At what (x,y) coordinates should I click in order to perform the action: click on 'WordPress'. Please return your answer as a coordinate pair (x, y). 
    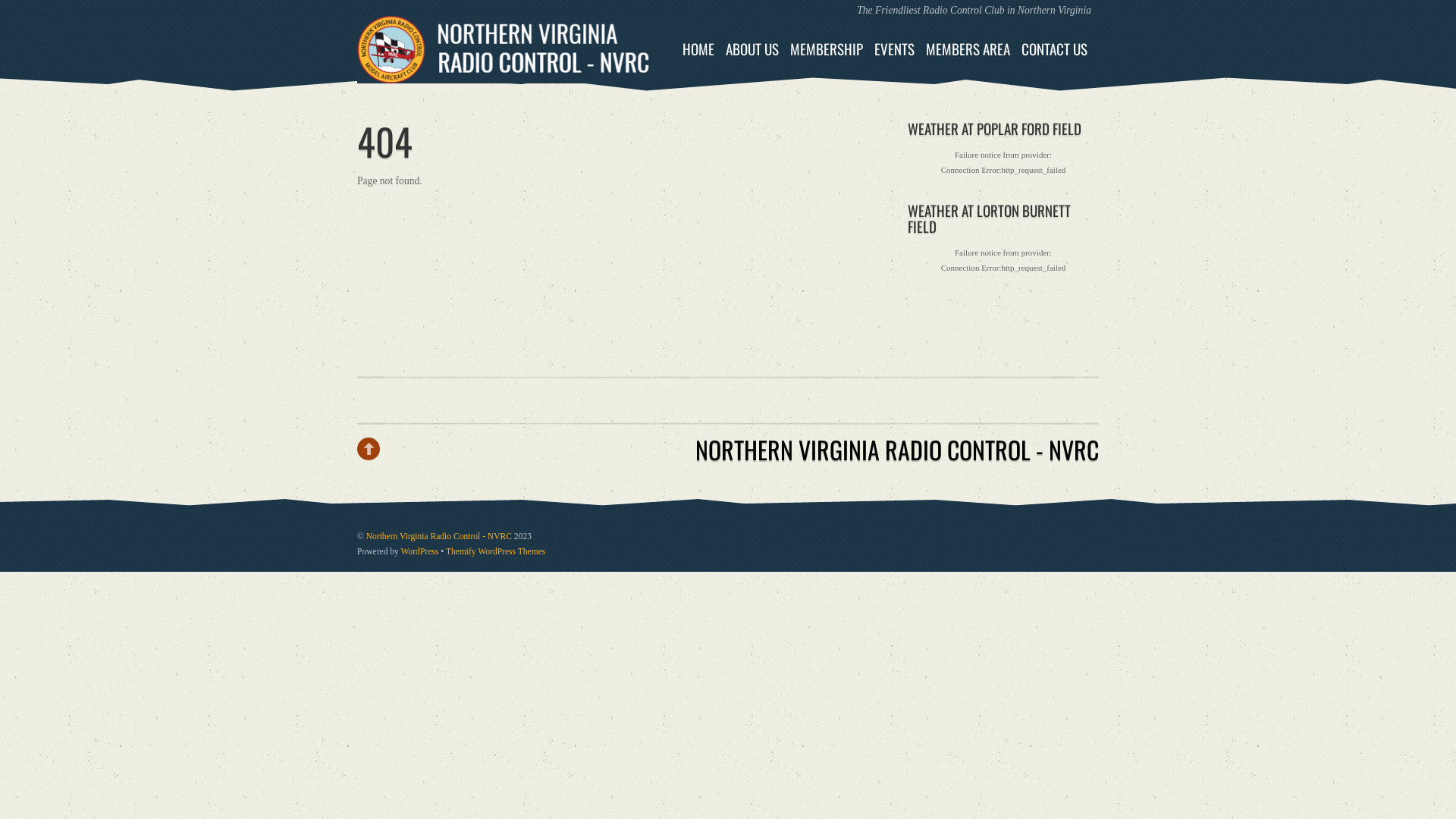
    Looking at the image, I should click on (419, 551).